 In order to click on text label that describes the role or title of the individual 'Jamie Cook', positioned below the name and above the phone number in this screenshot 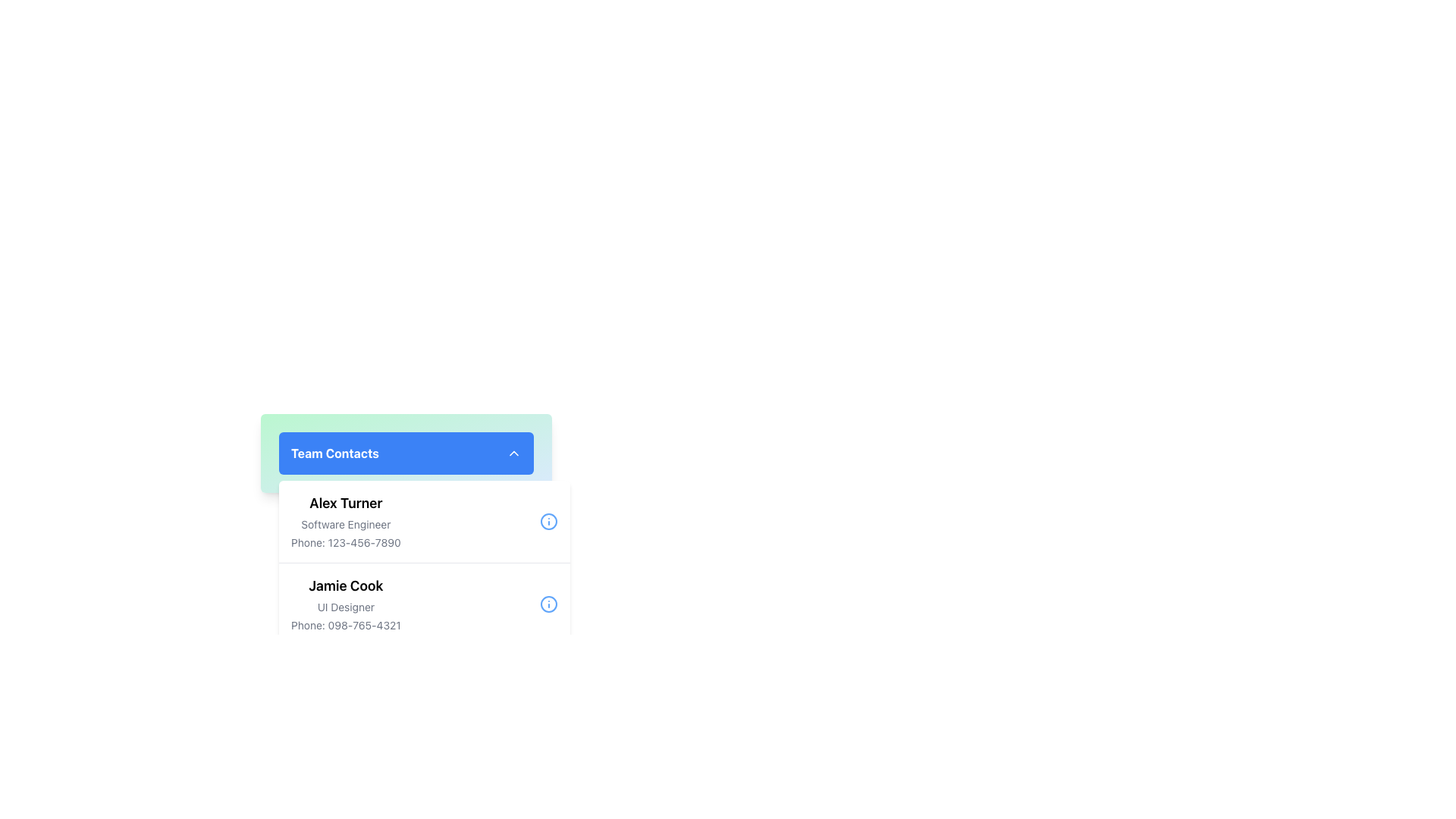, I will do `click(345, 607)`.